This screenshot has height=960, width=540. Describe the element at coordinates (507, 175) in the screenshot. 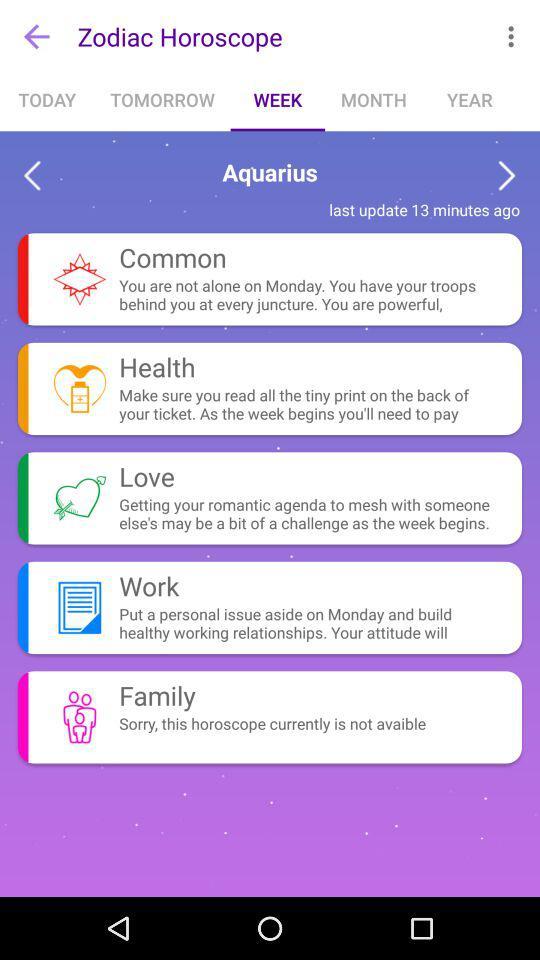

I see `next sign` at that location.